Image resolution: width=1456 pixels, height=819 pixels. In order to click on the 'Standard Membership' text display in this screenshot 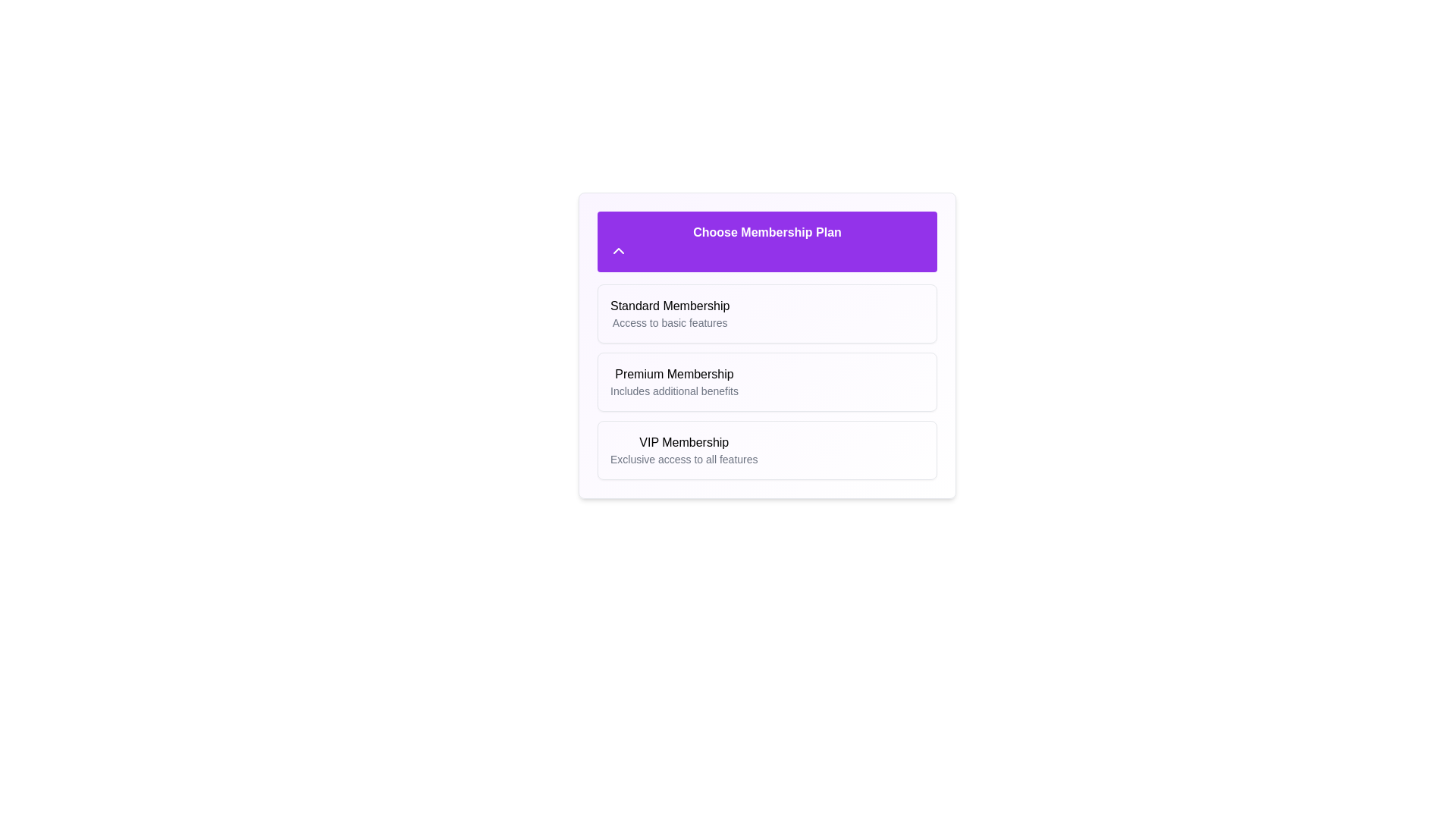, I will do `click(669, 312)`.